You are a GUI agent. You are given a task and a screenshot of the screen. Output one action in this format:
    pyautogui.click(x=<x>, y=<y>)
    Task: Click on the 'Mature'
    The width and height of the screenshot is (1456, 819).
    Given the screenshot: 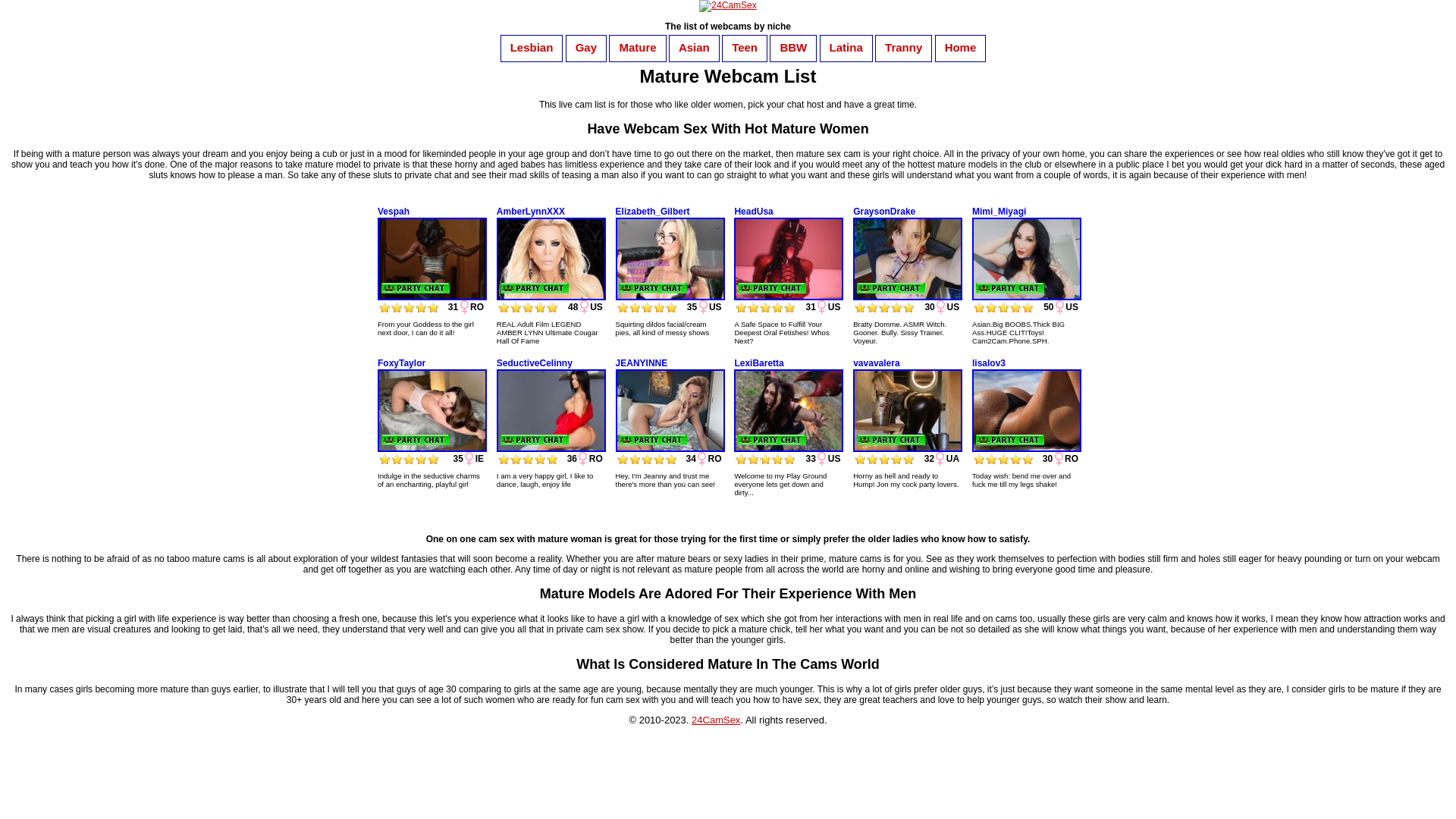 What is the action you would take?
    pyautogui.click(x=637, y=46)
    